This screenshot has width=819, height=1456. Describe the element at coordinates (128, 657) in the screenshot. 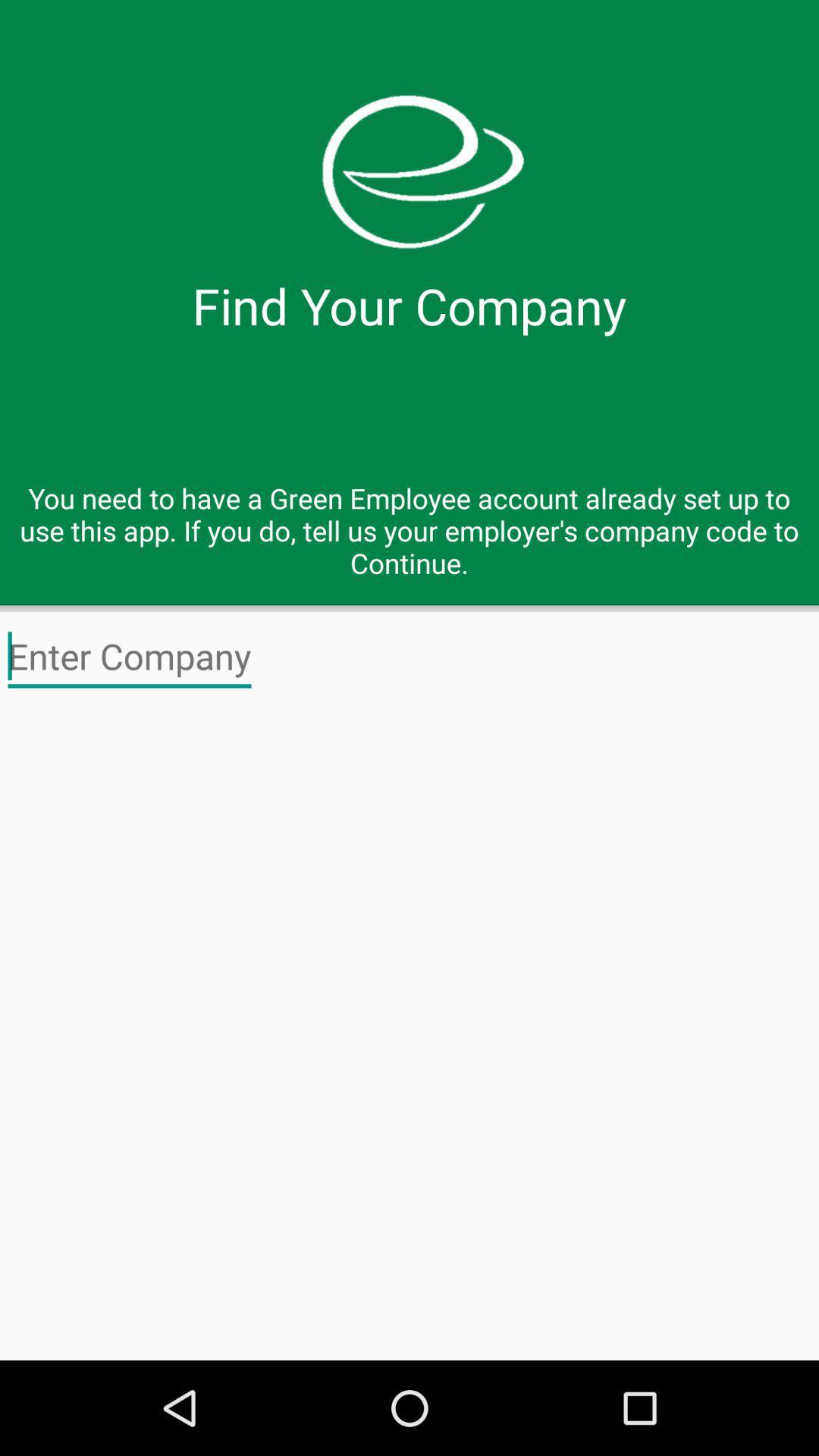

I see `test for company name` at that location.